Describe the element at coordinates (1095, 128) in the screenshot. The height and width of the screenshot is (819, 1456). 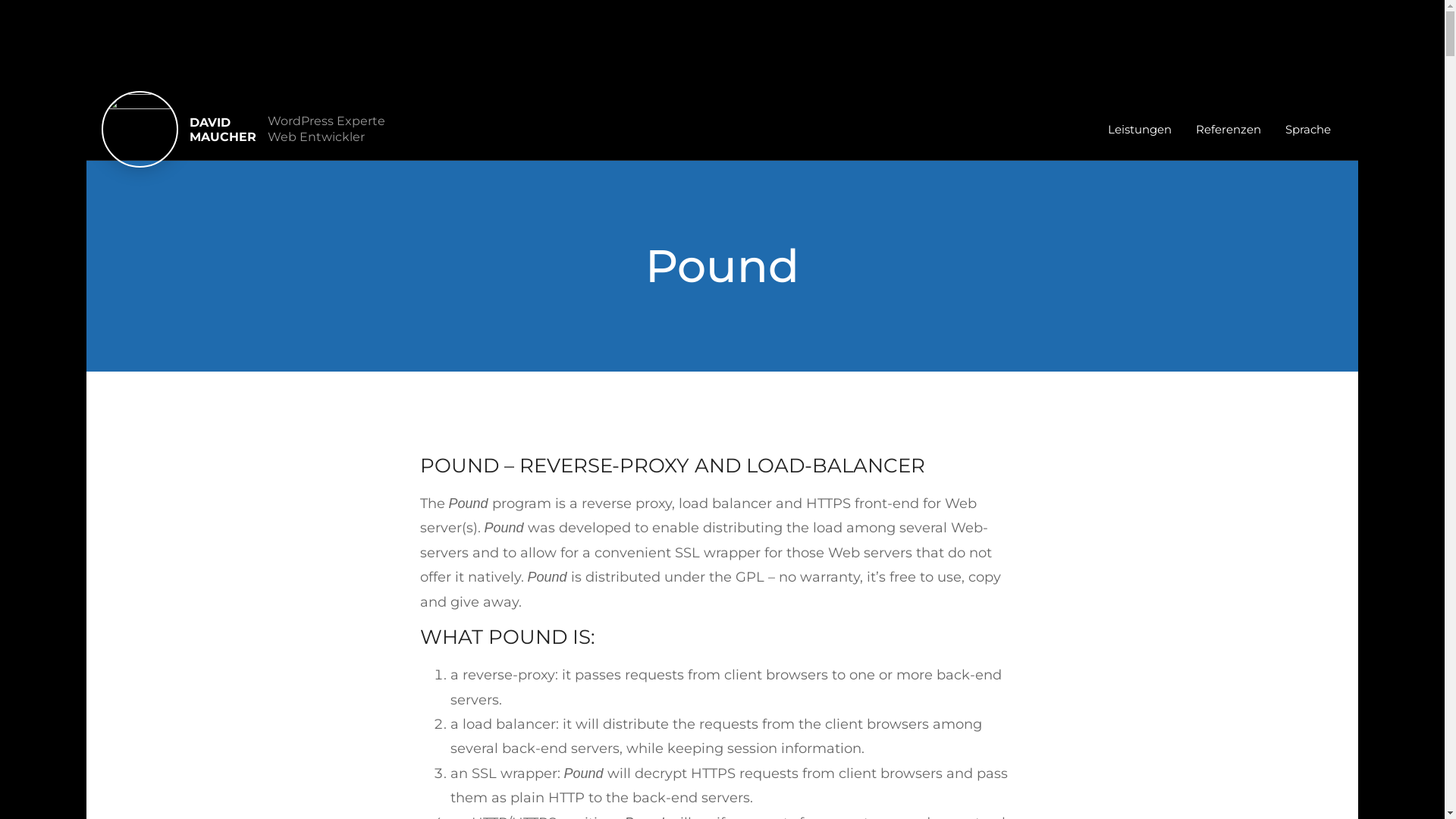
I see `'Leistungen'` at that location.